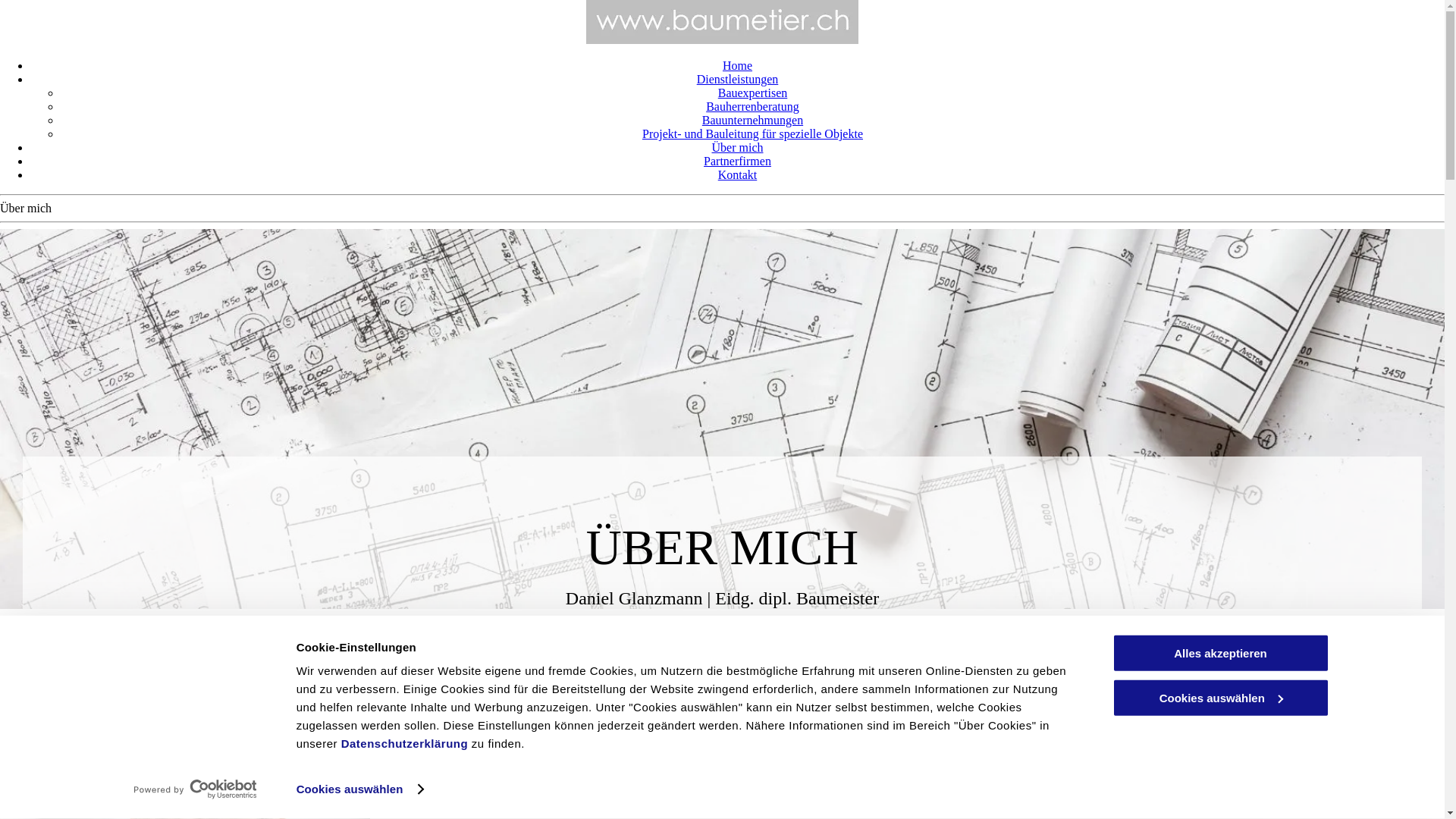 The width and height of the screenshot is (1456, 819). Describe the element at coordinates (701, 119) in the screenshot. I see `'Bauunternehmungen'` at that location.